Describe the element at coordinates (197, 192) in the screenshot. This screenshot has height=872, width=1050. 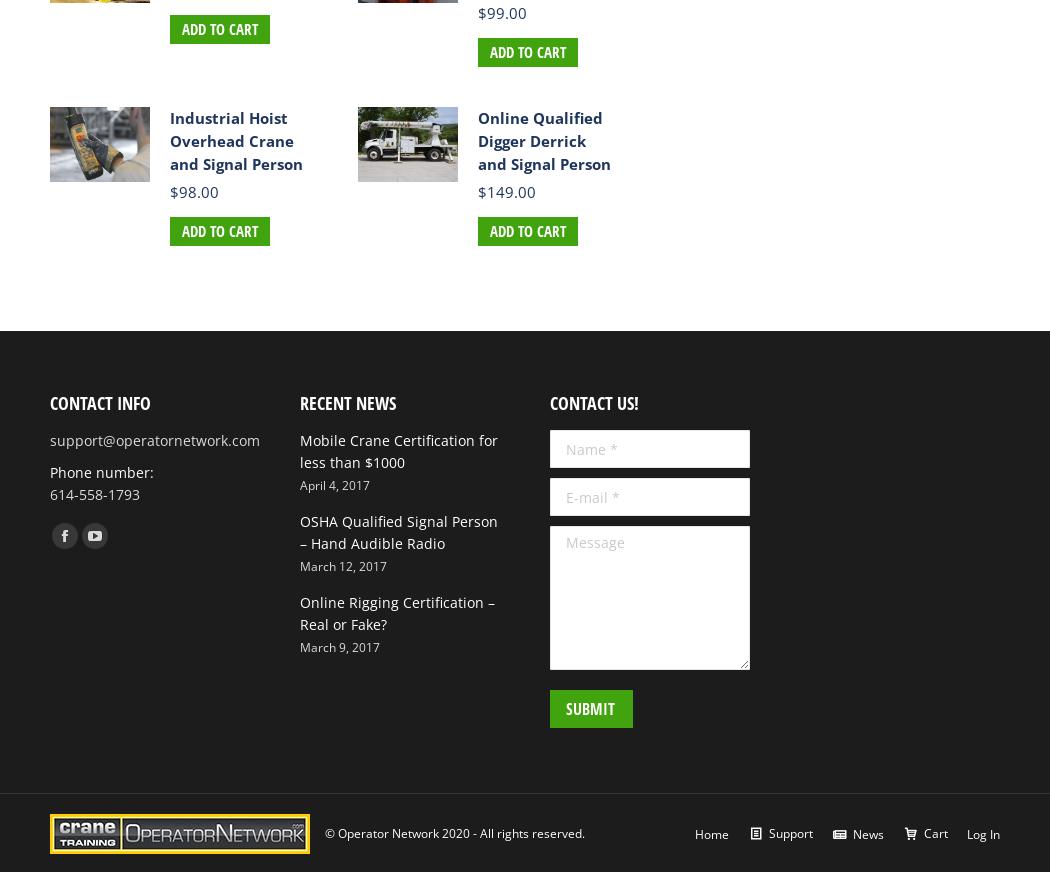
I see `'98.00'` at that location.